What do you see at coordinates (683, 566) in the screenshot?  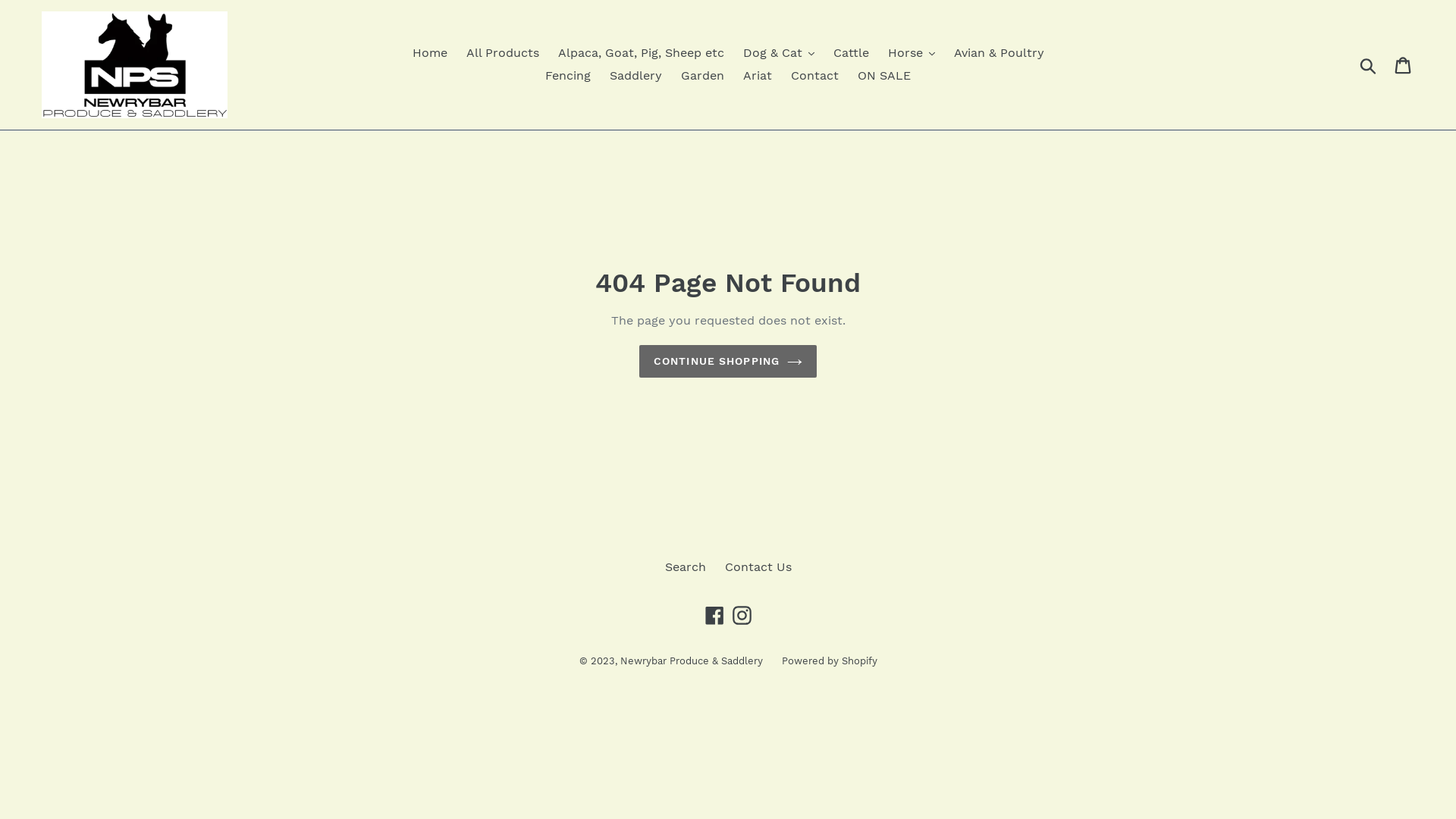 I see `'Search'` at bounding box center [683, 566].